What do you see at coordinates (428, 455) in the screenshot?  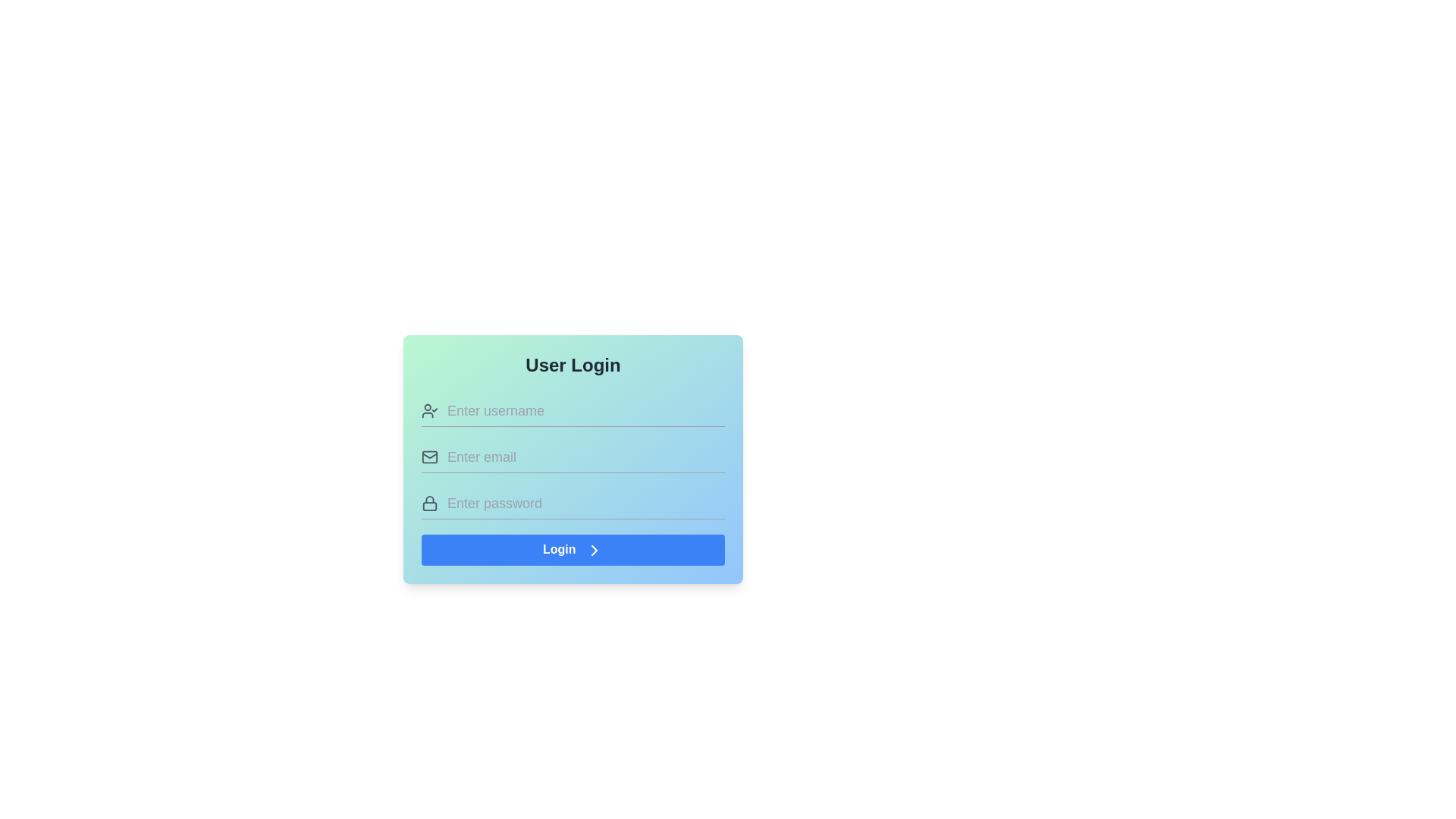 I see `the triangular-shaped graphic within the envelope icon that represents the fold of the envelope, located to the left of the 'Enter email' input field in the login form` at bounding box center [428, 455].